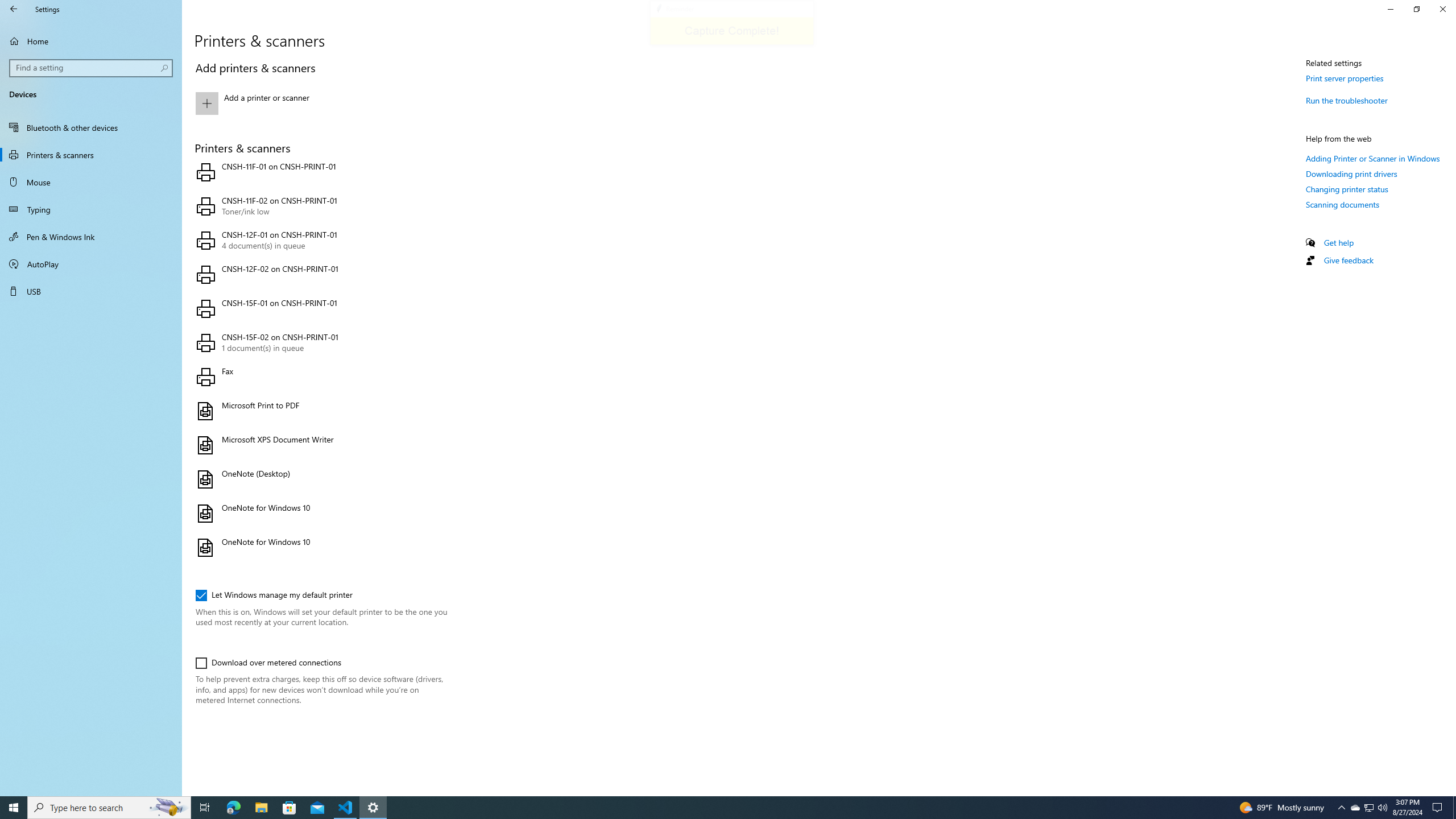 The width and height of the screenshot is (1456, 819). I want to click on 'Download over metered connections', so click(268, 663).